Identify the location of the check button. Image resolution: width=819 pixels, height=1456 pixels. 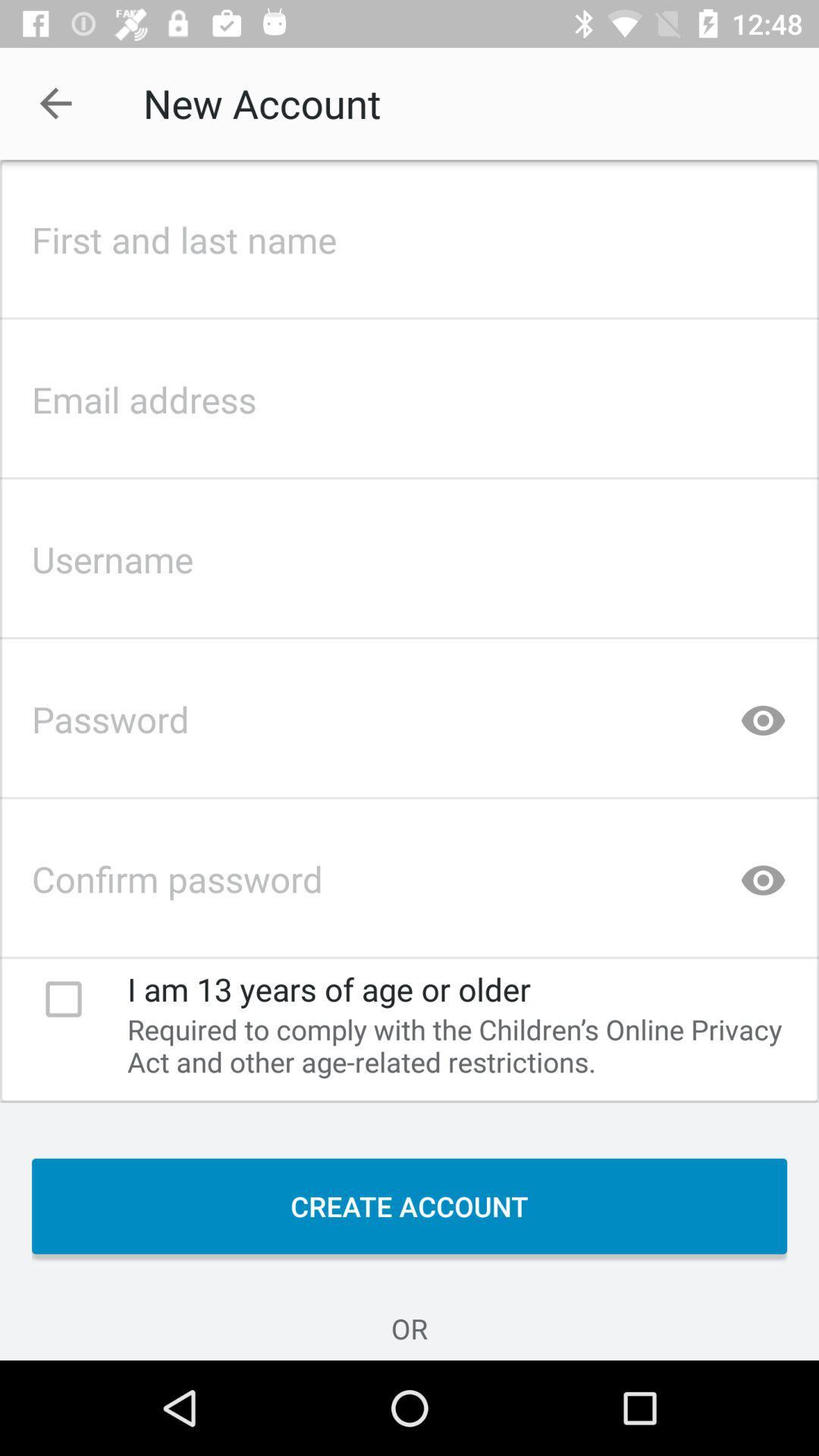
(63, 999).